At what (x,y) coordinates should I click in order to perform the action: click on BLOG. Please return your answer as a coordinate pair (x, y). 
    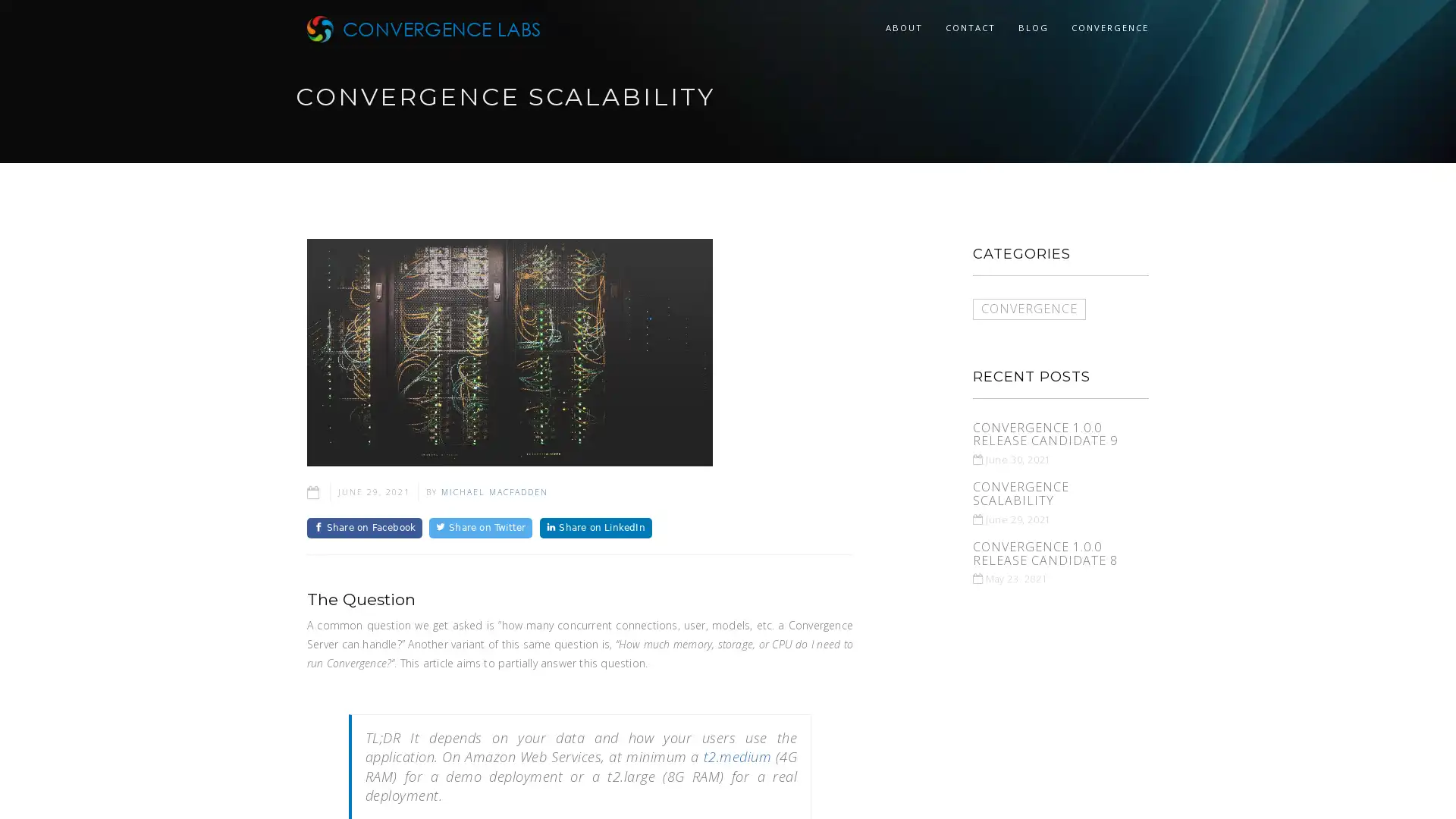
    Looking at the image, I should click on (1033, 28).